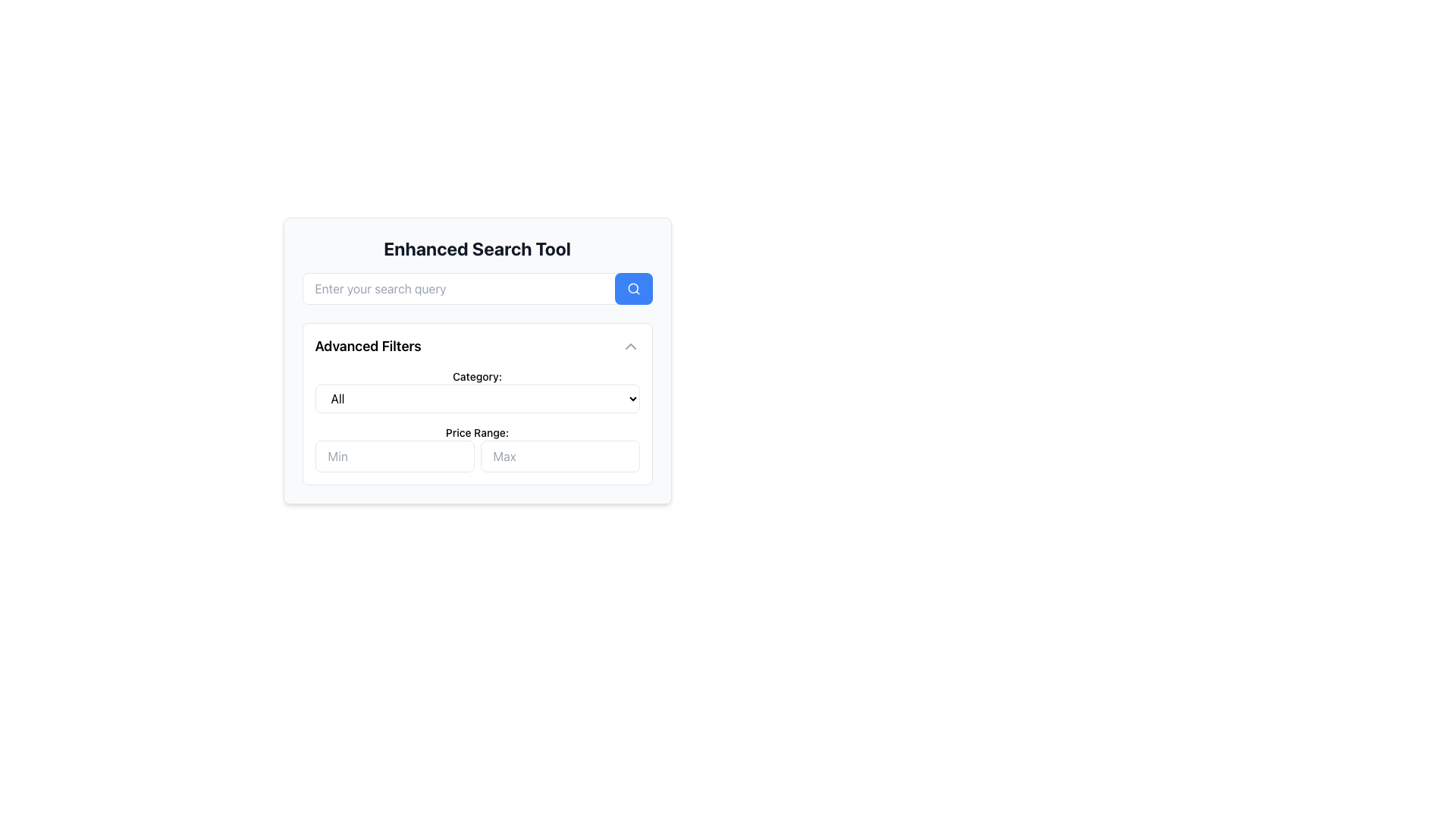  I want to click on the Text Label indicating the selection category for the dropdown menu labeled 'All' in the 'Advanced Filters' section, so click(476, 376).